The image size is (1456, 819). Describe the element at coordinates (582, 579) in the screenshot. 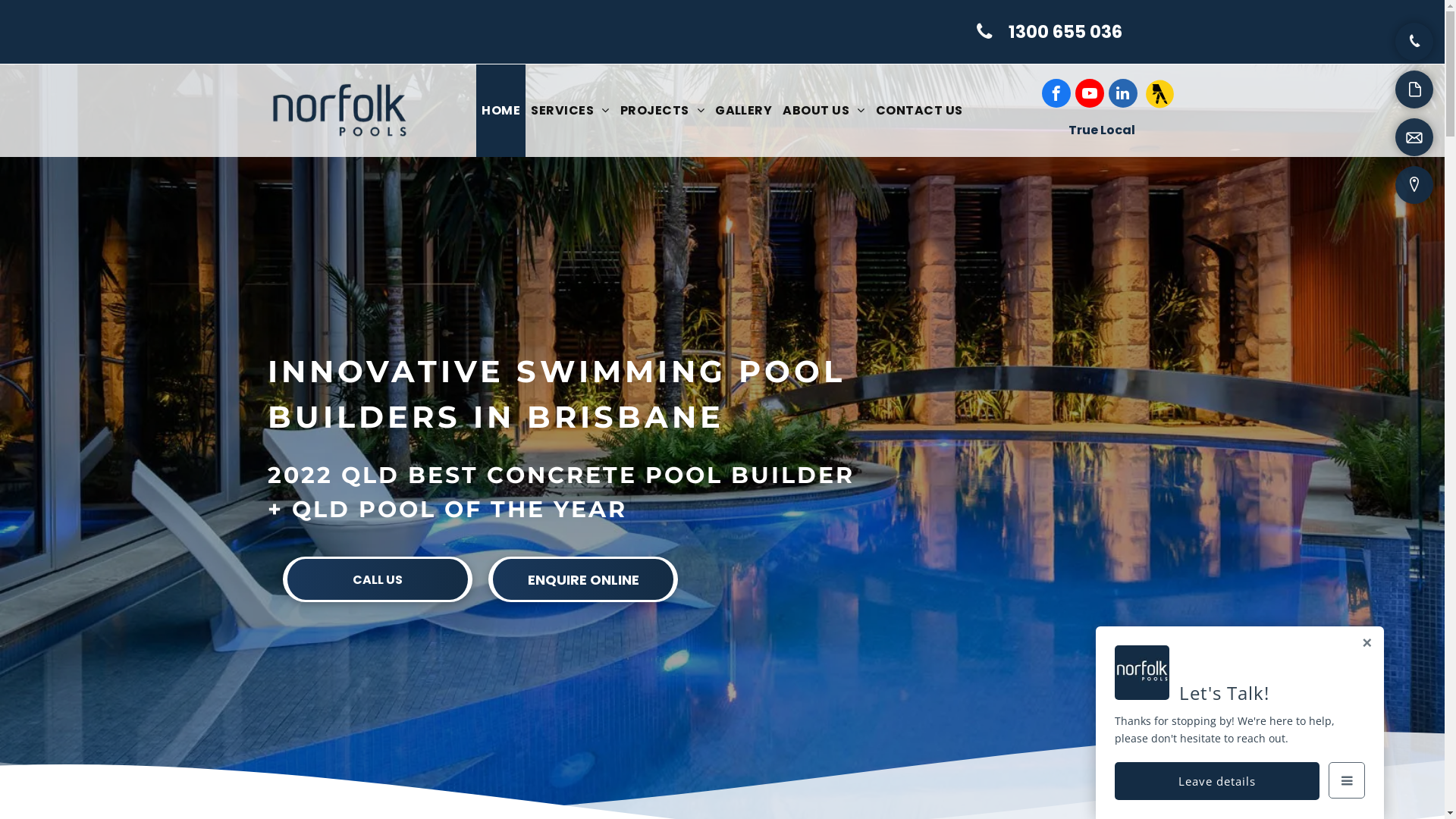

I see `'ENQUIRE ONLINE'` at that location.